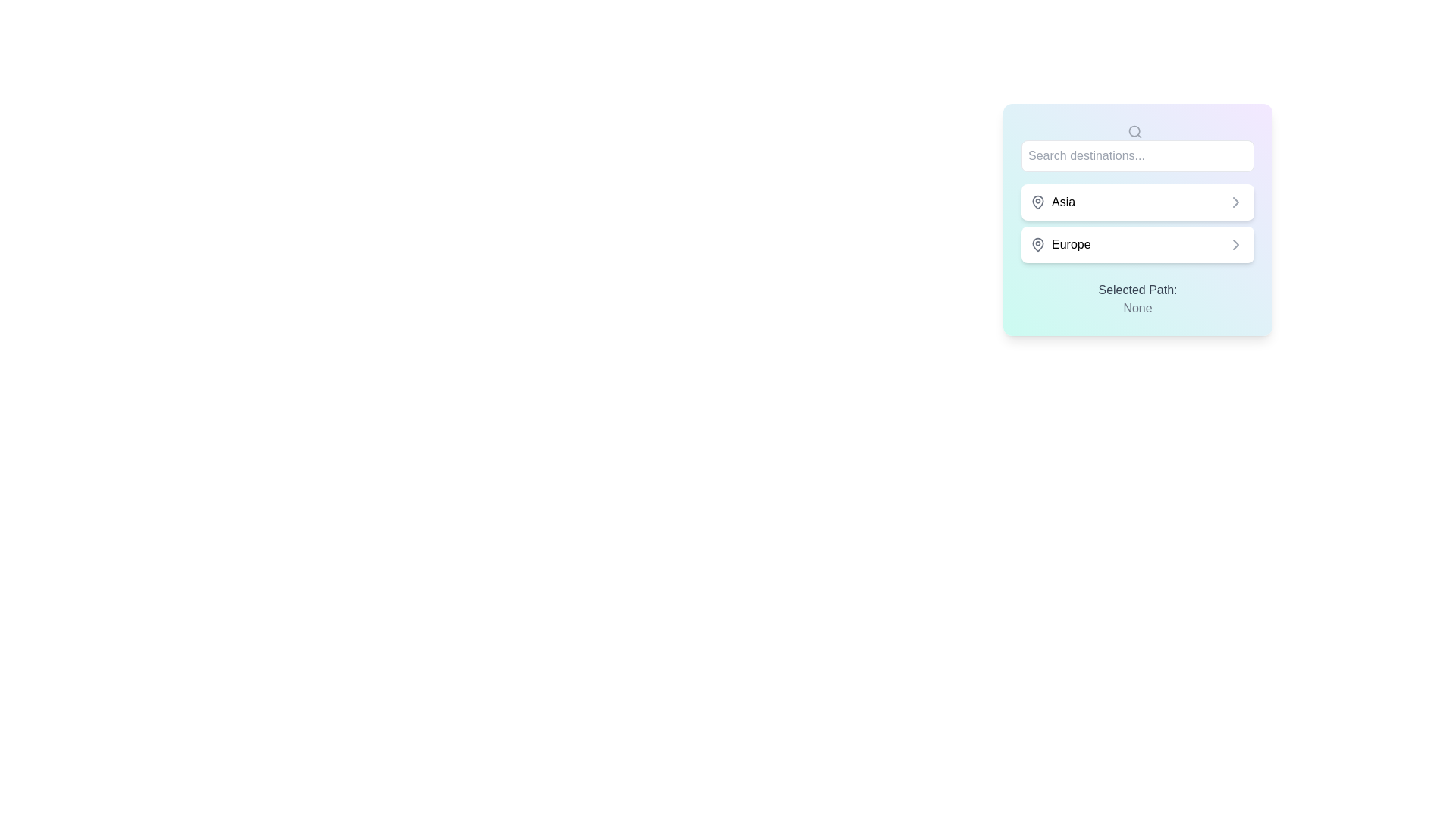  I want to click on purpose of the geographical location icon located to the left of the text 'Europe' in the second row of the list, so click(1037, 244).